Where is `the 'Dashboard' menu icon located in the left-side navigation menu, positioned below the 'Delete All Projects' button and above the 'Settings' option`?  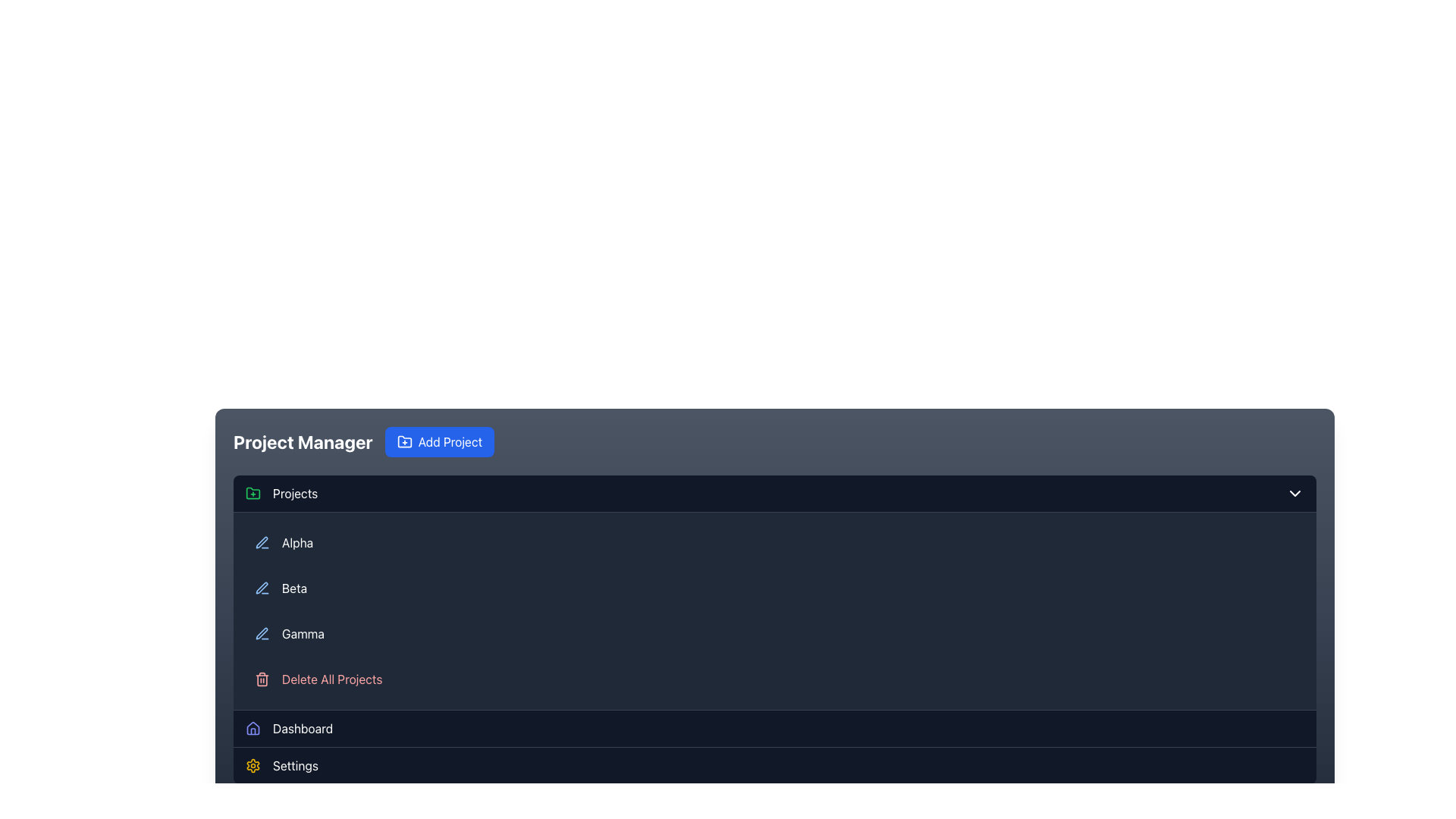 the 'Dashboard' menu icon located in the left-side navigation menu, positioned below the 'Delete All Projects' button and above the 'Settings' option is located at coordinates (253, 727).